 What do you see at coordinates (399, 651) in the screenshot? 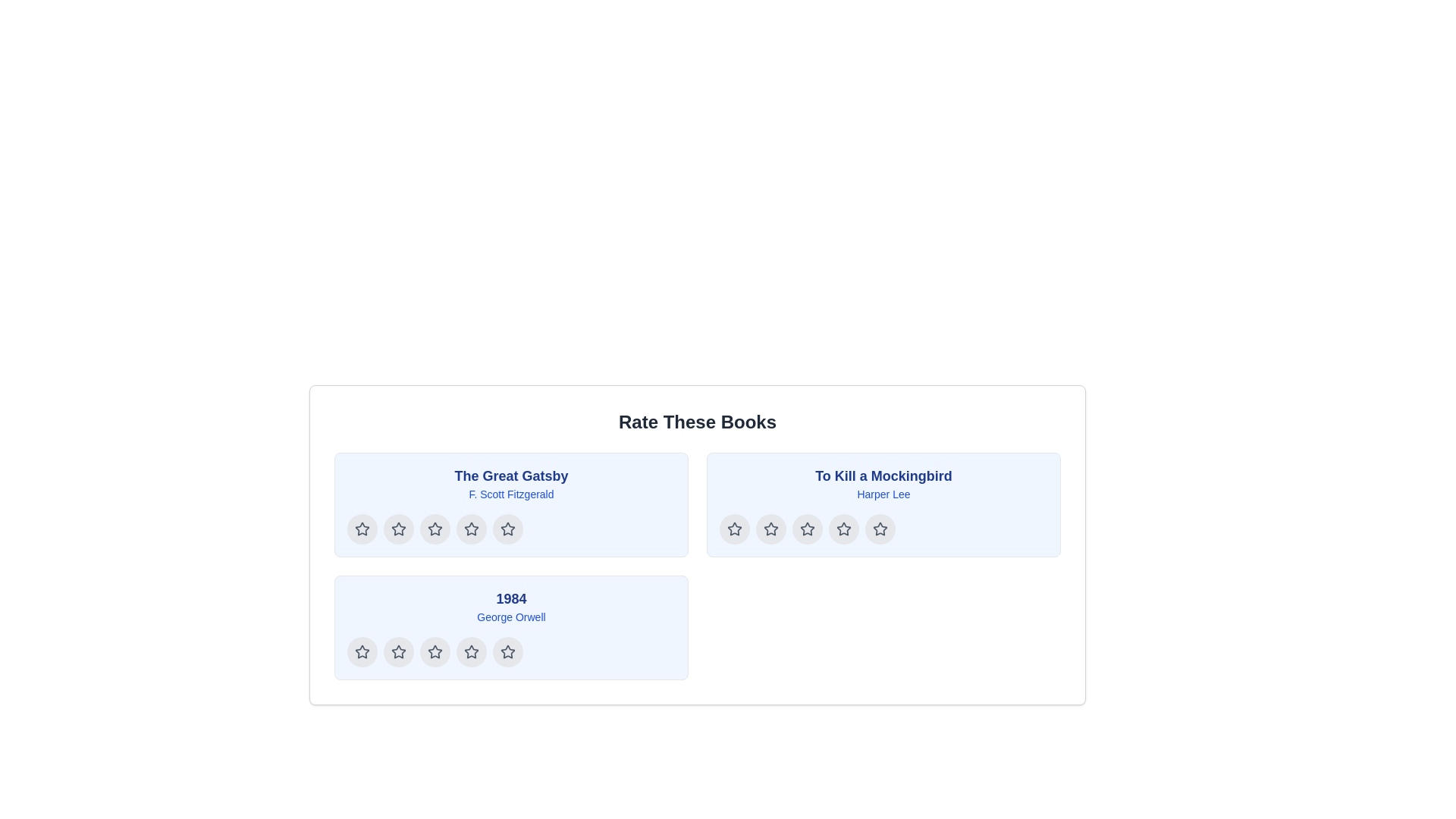
I see `the second star rating button for the title '1984'` at bounding box center [399, 651].